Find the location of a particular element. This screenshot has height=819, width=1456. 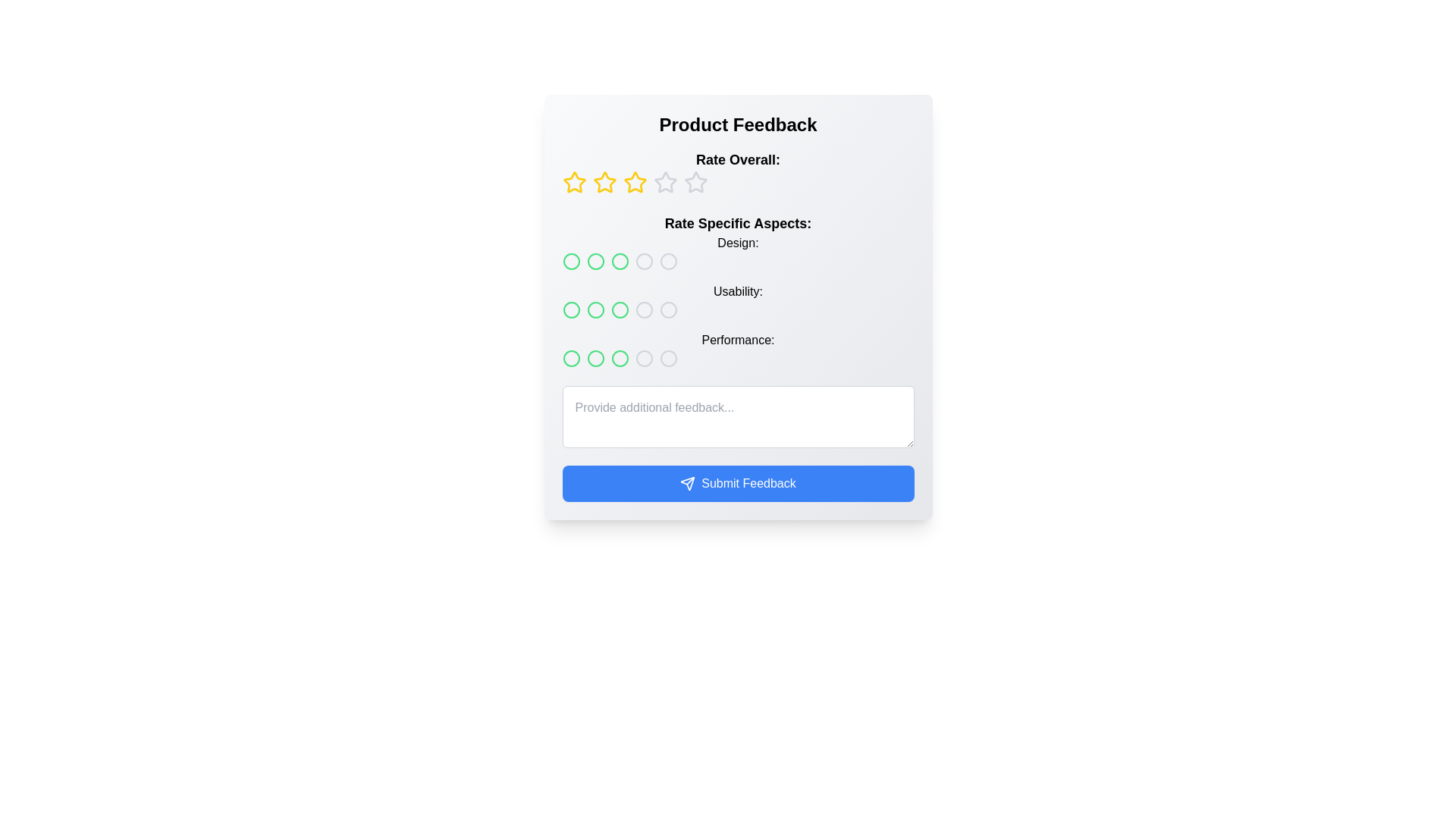

the fourth circular rating selector icon for the 'Performance' category is located at coordinates (667, 359).